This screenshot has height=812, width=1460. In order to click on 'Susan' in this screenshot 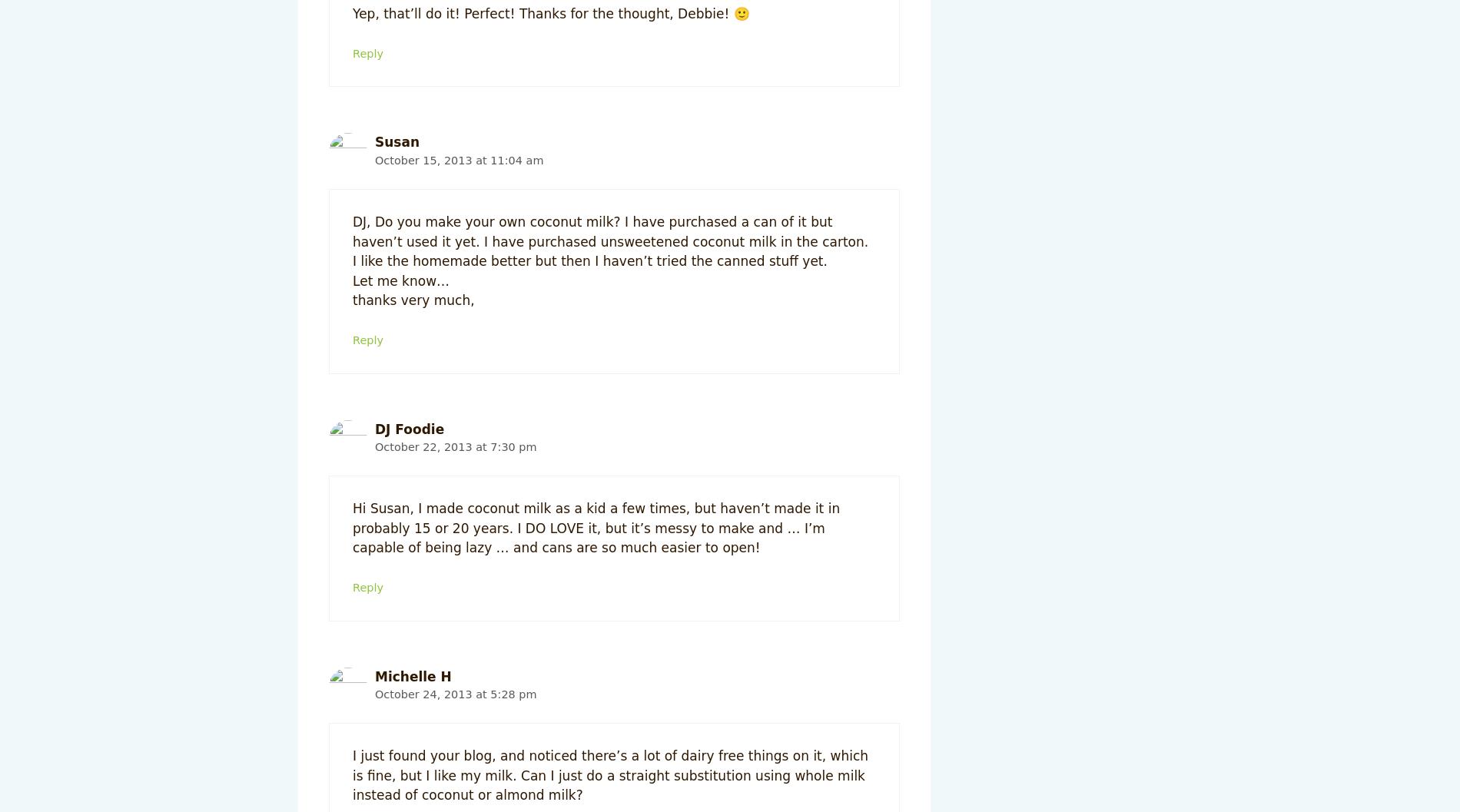, I will do `click(397, 141)`.